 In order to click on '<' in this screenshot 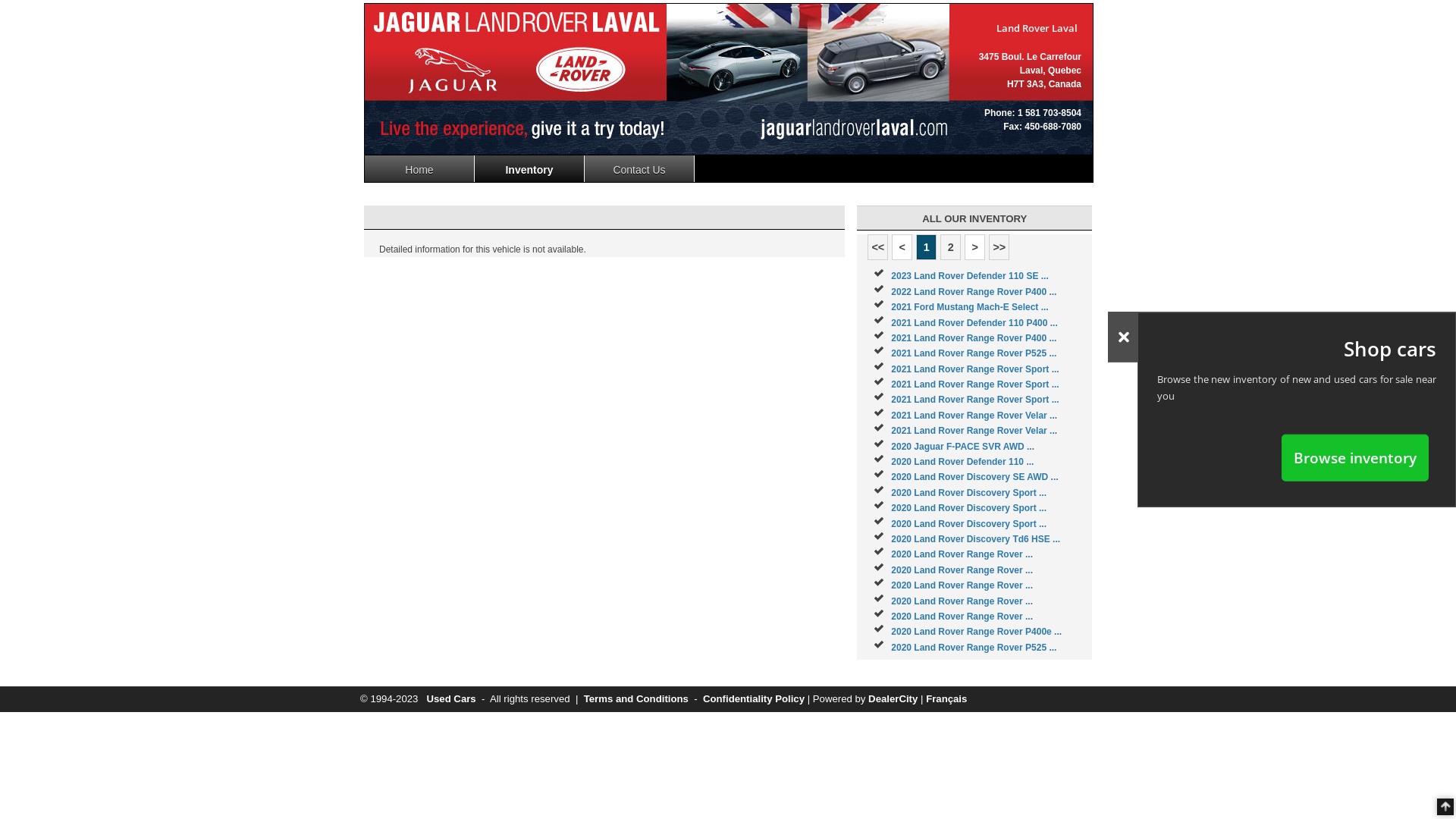, I will do `click(902, 246)`.